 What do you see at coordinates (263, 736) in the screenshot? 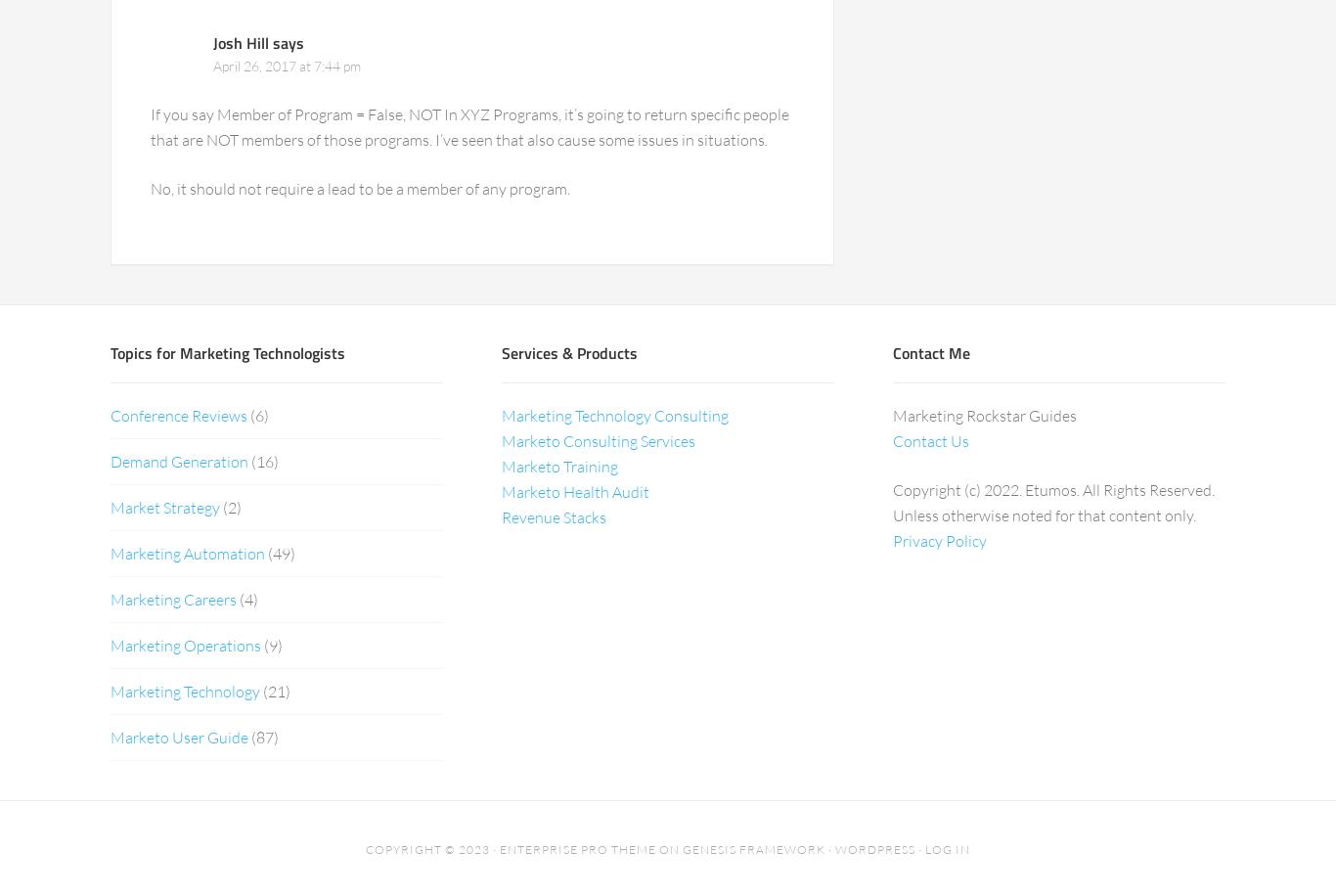
I see `'(87)'` at bounding box center [263, 736].